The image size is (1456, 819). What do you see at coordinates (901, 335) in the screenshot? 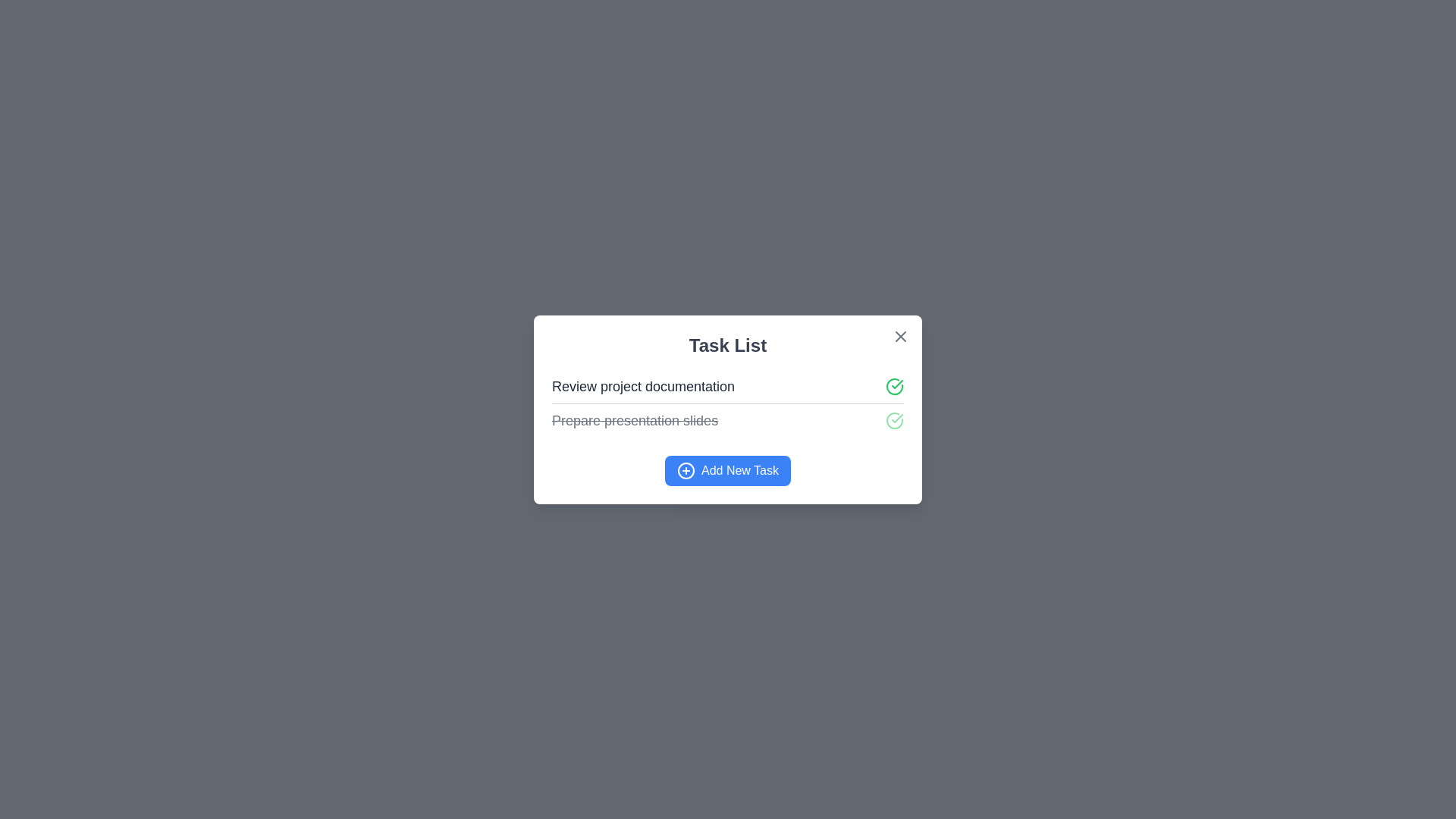
I see `the close button located at the top-right corner of the dialog` at bounding box center [901, 335].